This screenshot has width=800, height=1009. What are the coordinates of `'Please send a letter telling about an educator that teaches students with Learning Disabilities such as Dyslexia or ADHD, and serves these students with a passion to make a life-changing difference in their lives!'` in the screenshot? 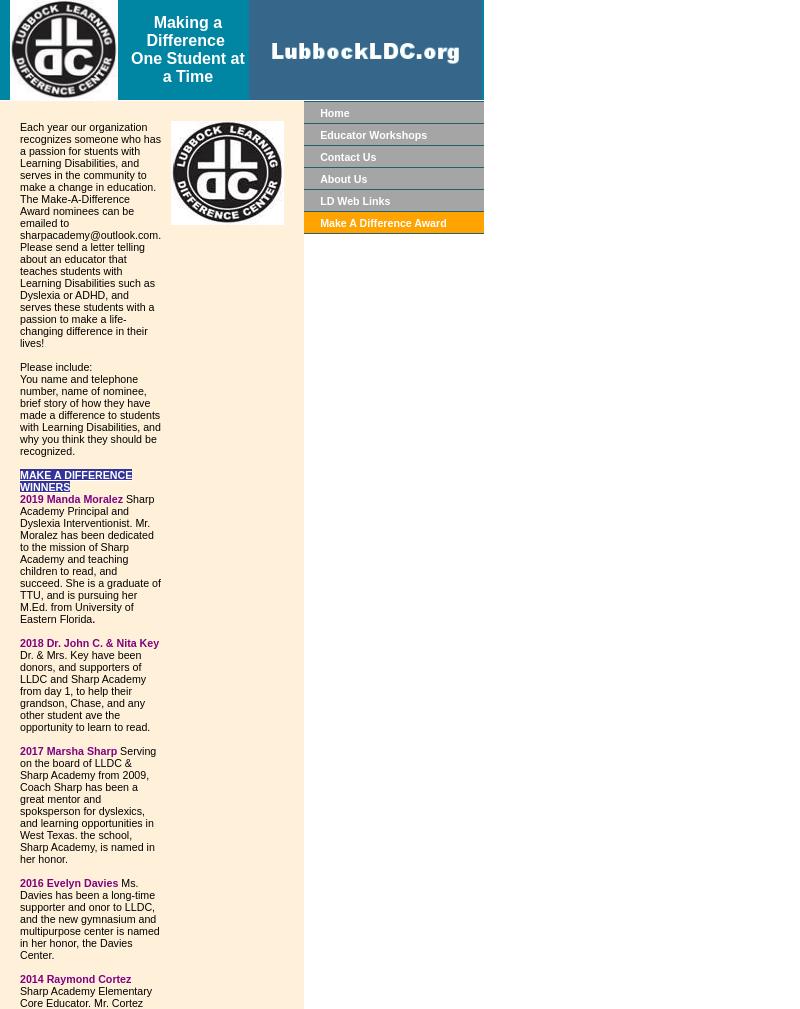 It's located at (87, 294).